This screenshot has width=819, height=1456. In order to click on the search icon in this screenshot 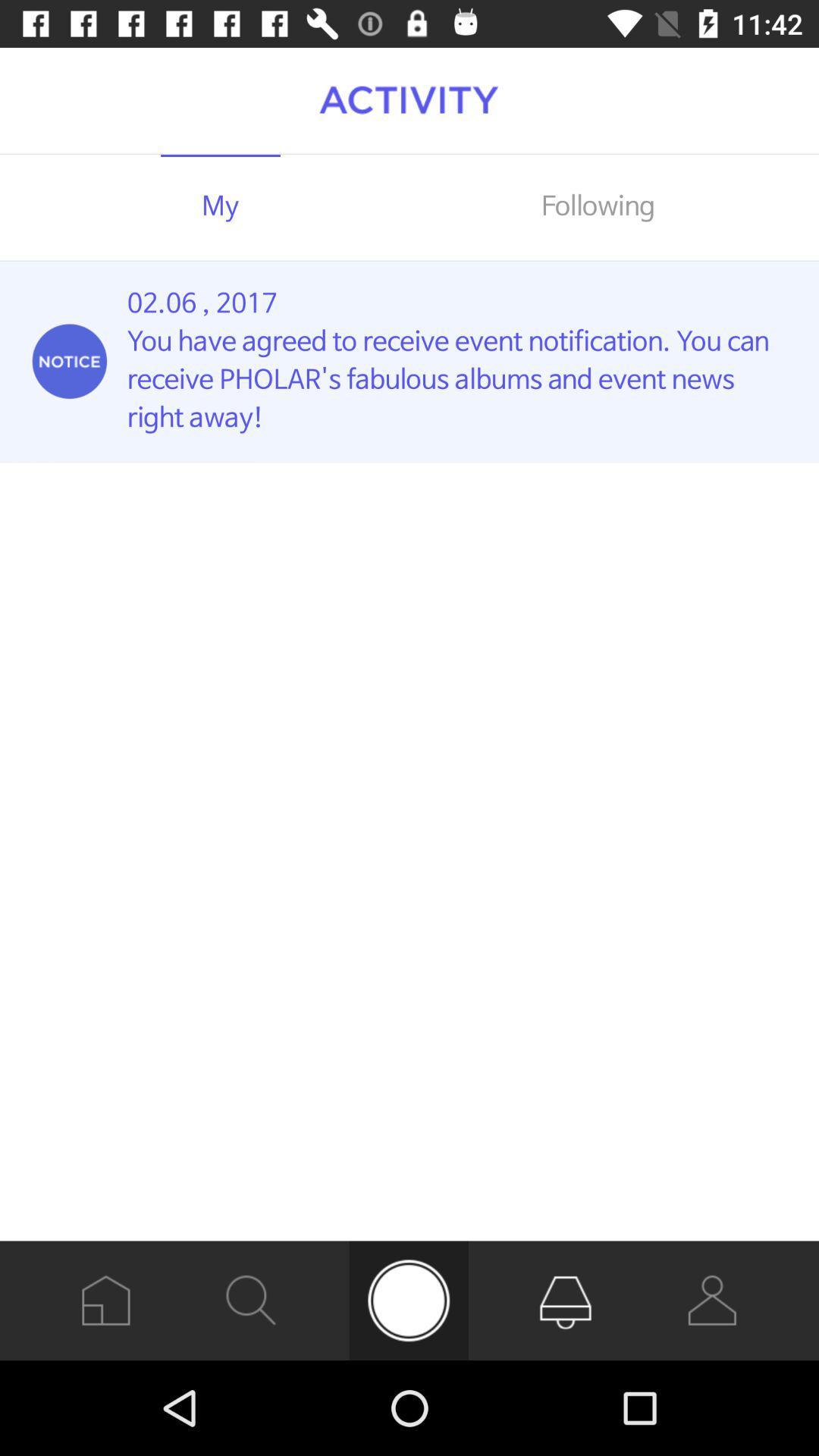, I will do `click(251, 1299)`.